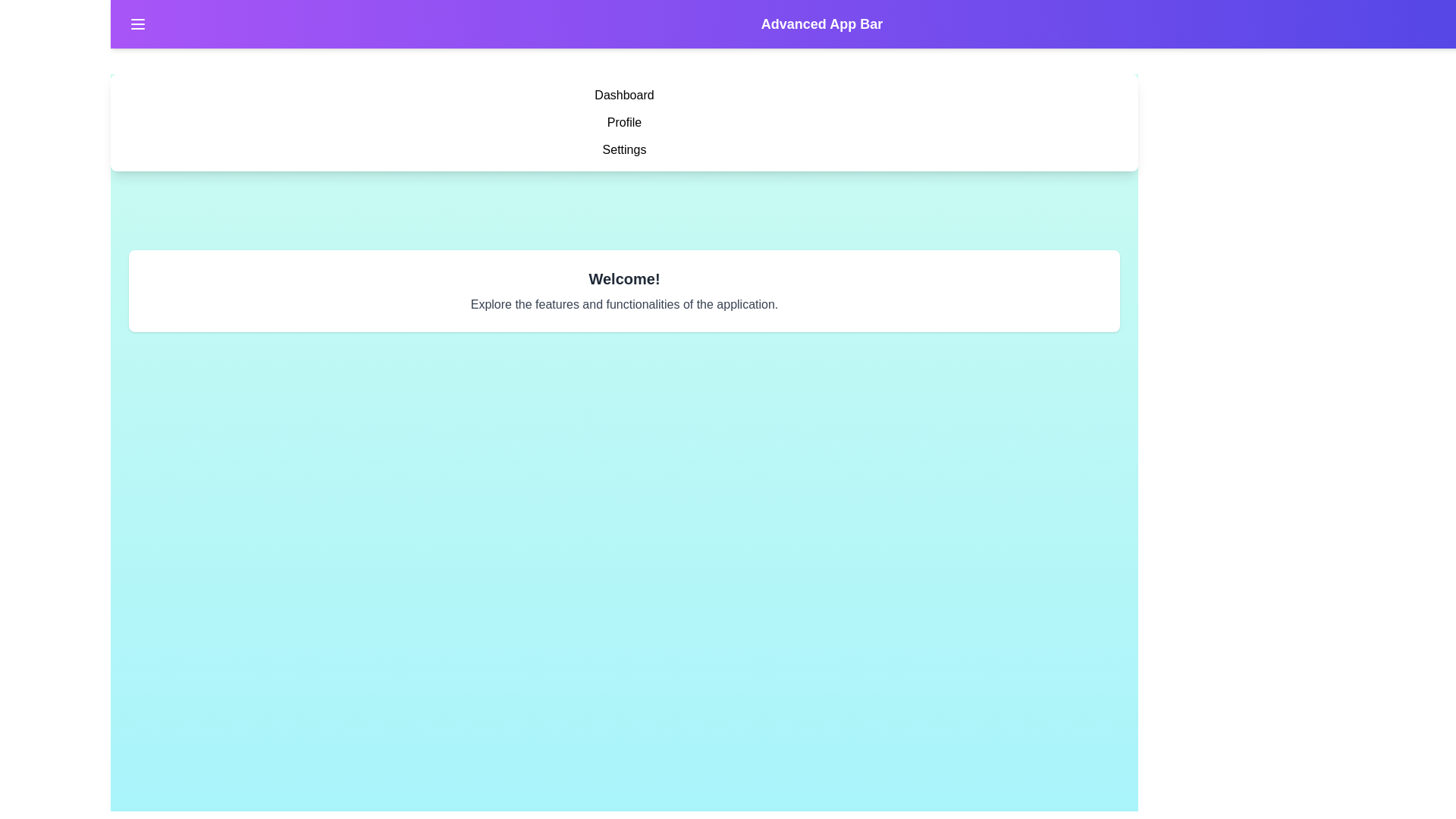 The height and width of the screenshot is (819, 1456). Describe the element at coordinates (624, 278) in the screenshot. I see `the 'Welcome!' section to focus on it` at that location.